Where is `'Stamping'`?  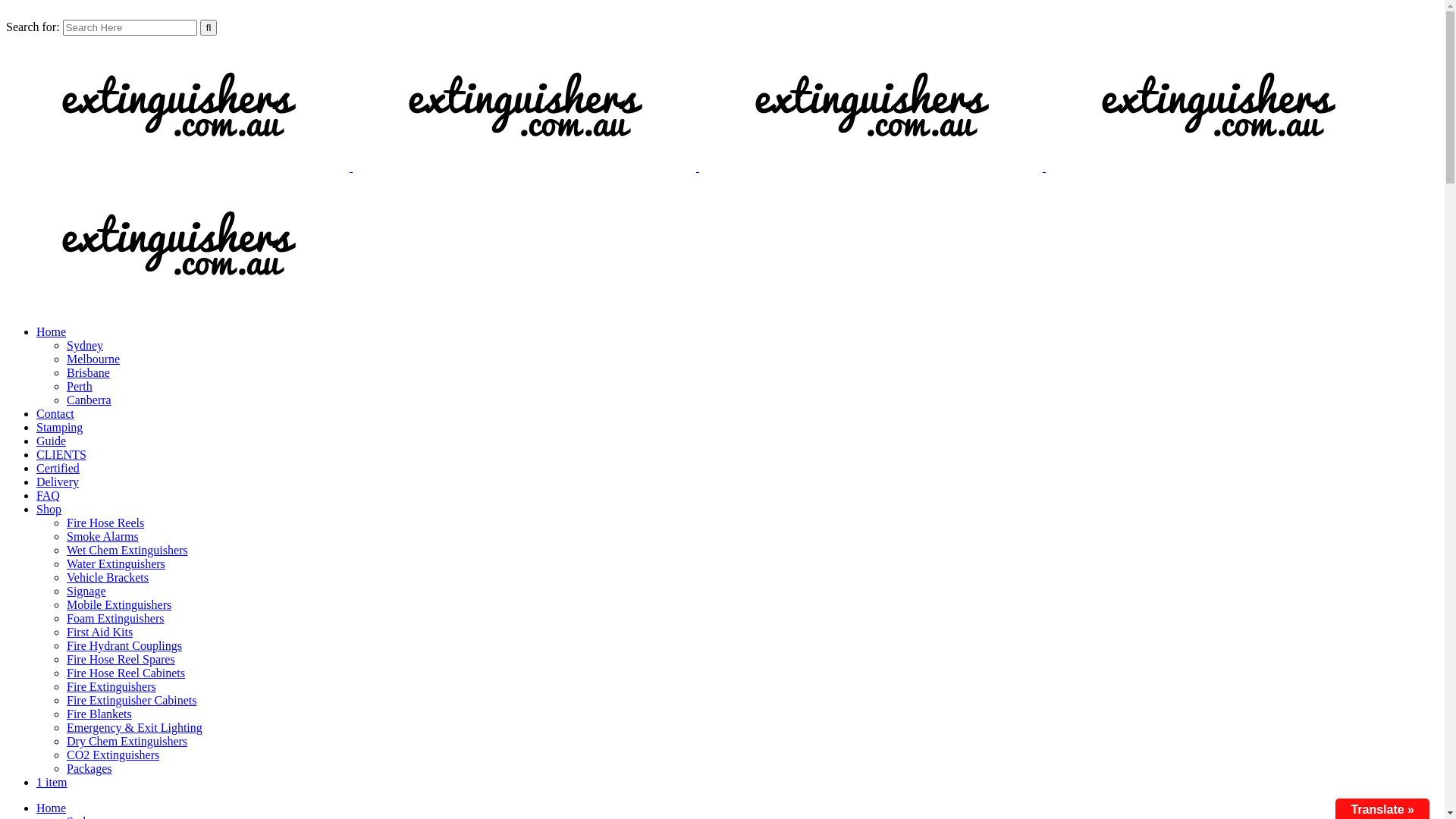 'Stamping' is located at coordinates (59, 427).